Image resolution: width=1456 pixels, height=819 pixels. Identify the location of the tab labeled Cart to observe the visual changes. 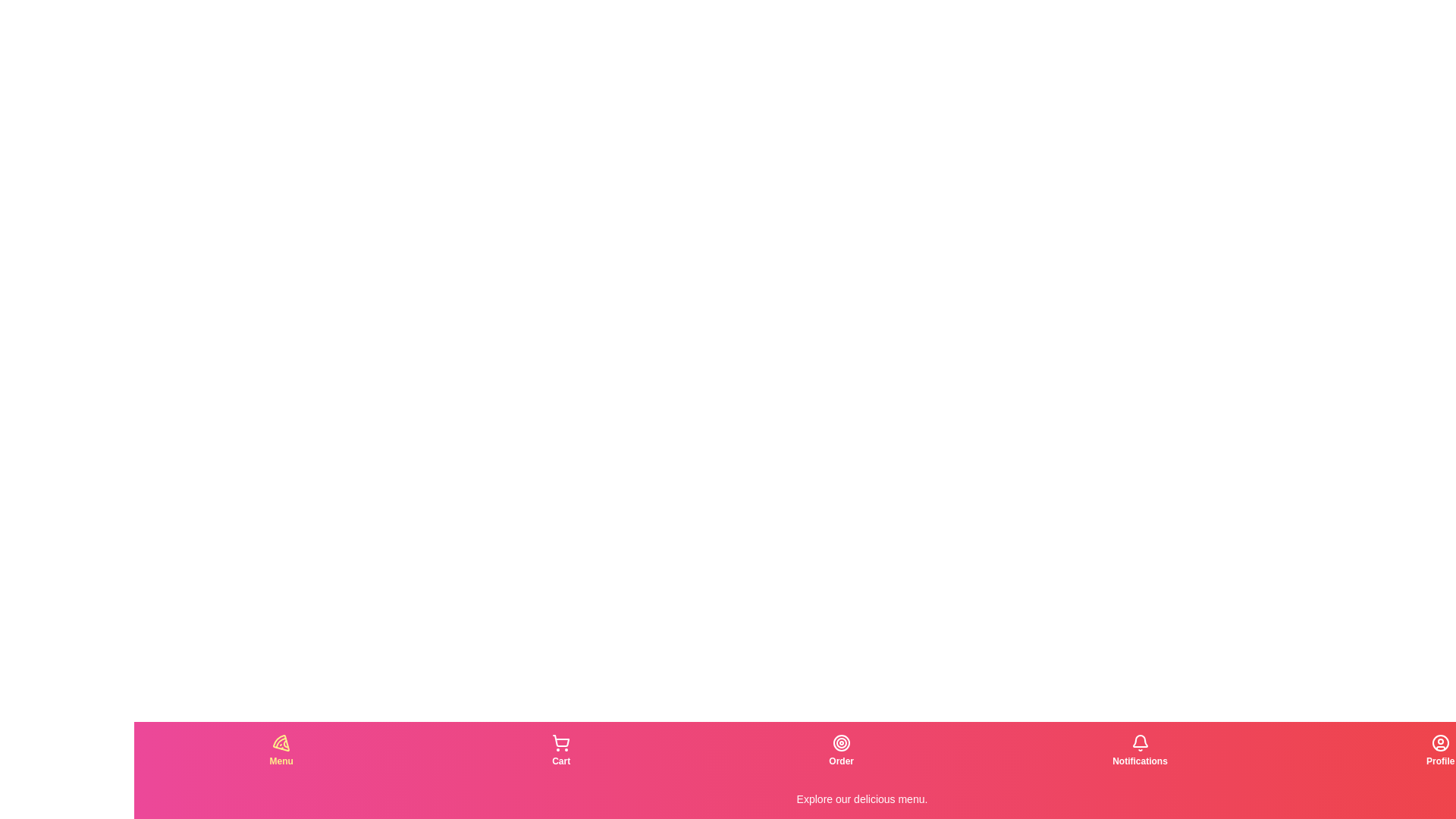
(560, 751).